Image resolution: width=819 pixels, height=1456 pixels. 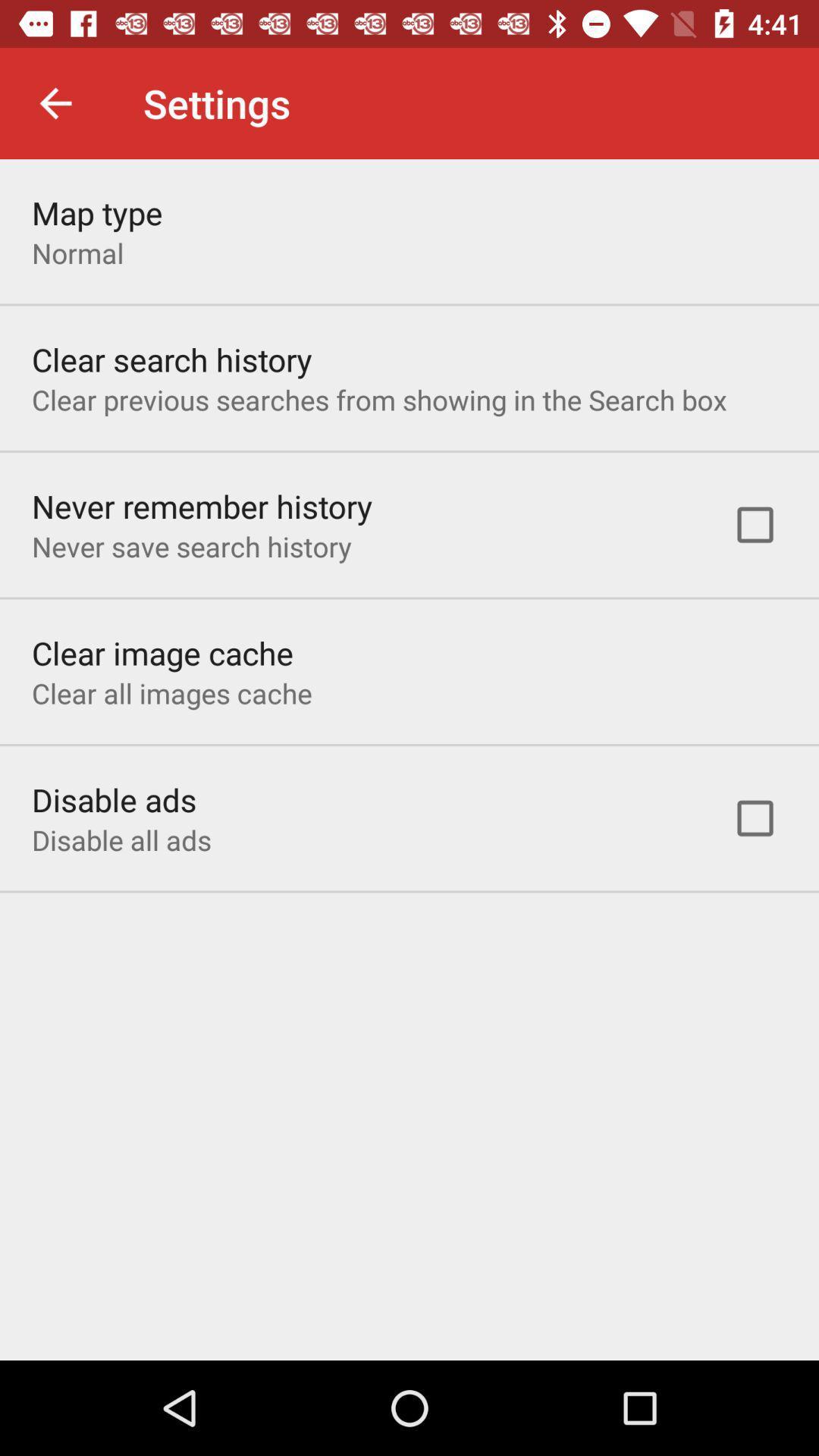 I want to click on item above never remember history, so click(x=378, y=400).